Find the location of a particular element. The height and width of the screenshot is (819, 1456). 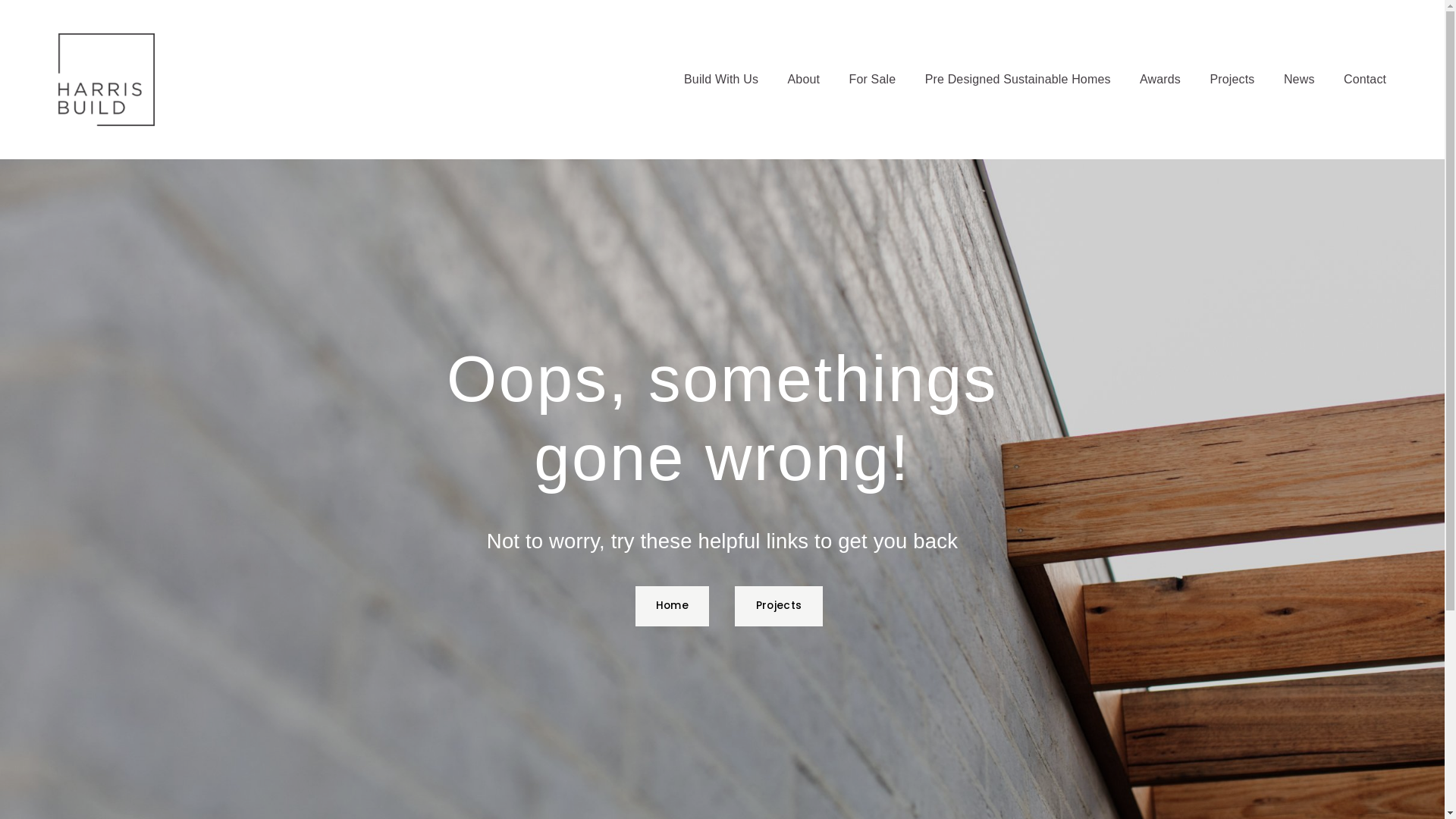

'About' is located at coordinates (803, 79).